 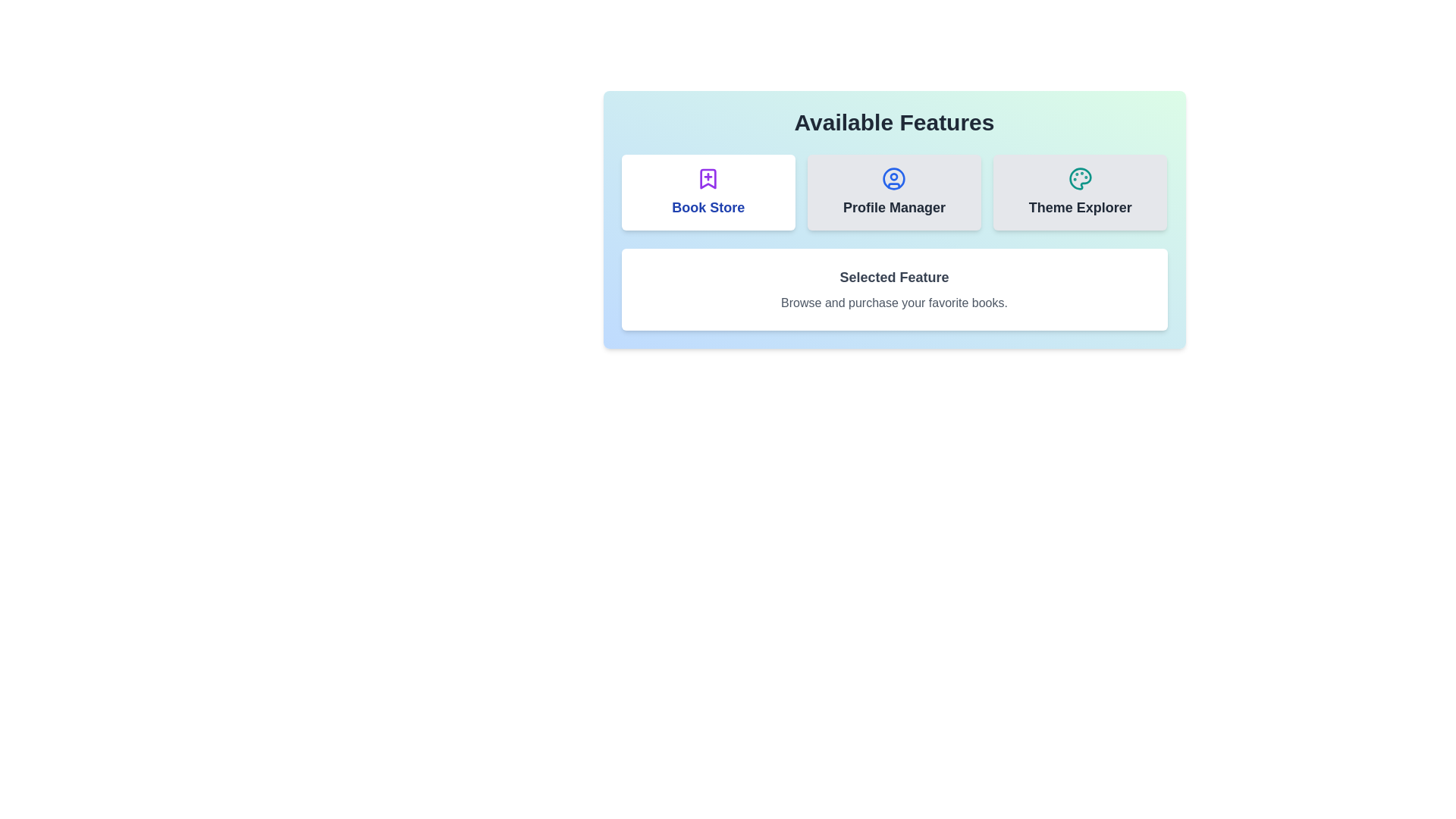 What do you see at coordinates (708, 207) in the screenshot?
I see `text of the 'Book Store' label which is styled in bold and large font, deep blue in color, and positioned below a bookmark icon in the 'Available Features' section` at bounding box center [708, 207].